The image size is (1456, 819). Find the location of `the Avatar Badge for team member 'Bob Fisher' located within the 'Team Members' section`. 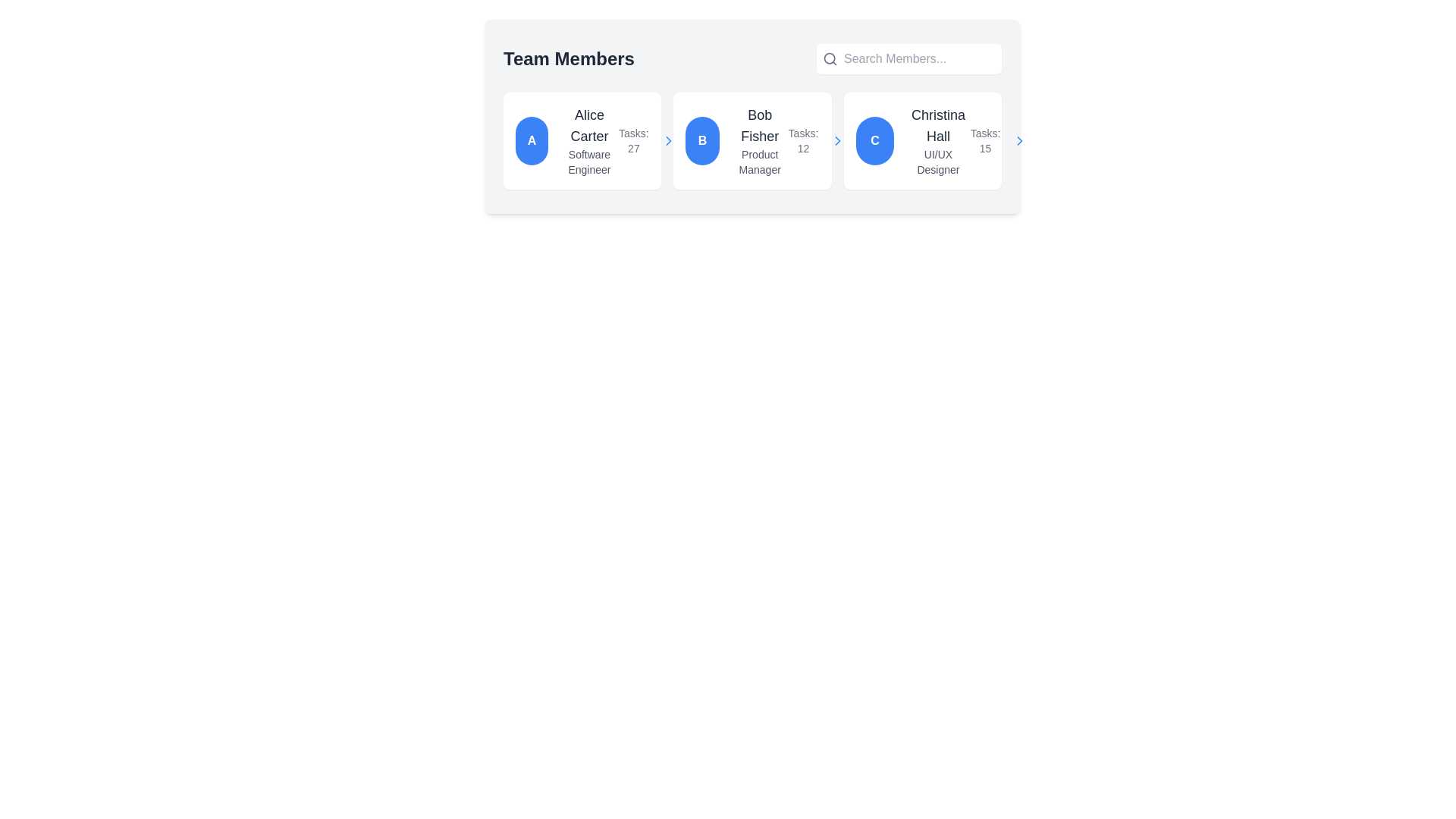

the Avatar Badge for team member 'Bob Fisher' located within the 'Team Members' section is located at coordinates (701, 140).